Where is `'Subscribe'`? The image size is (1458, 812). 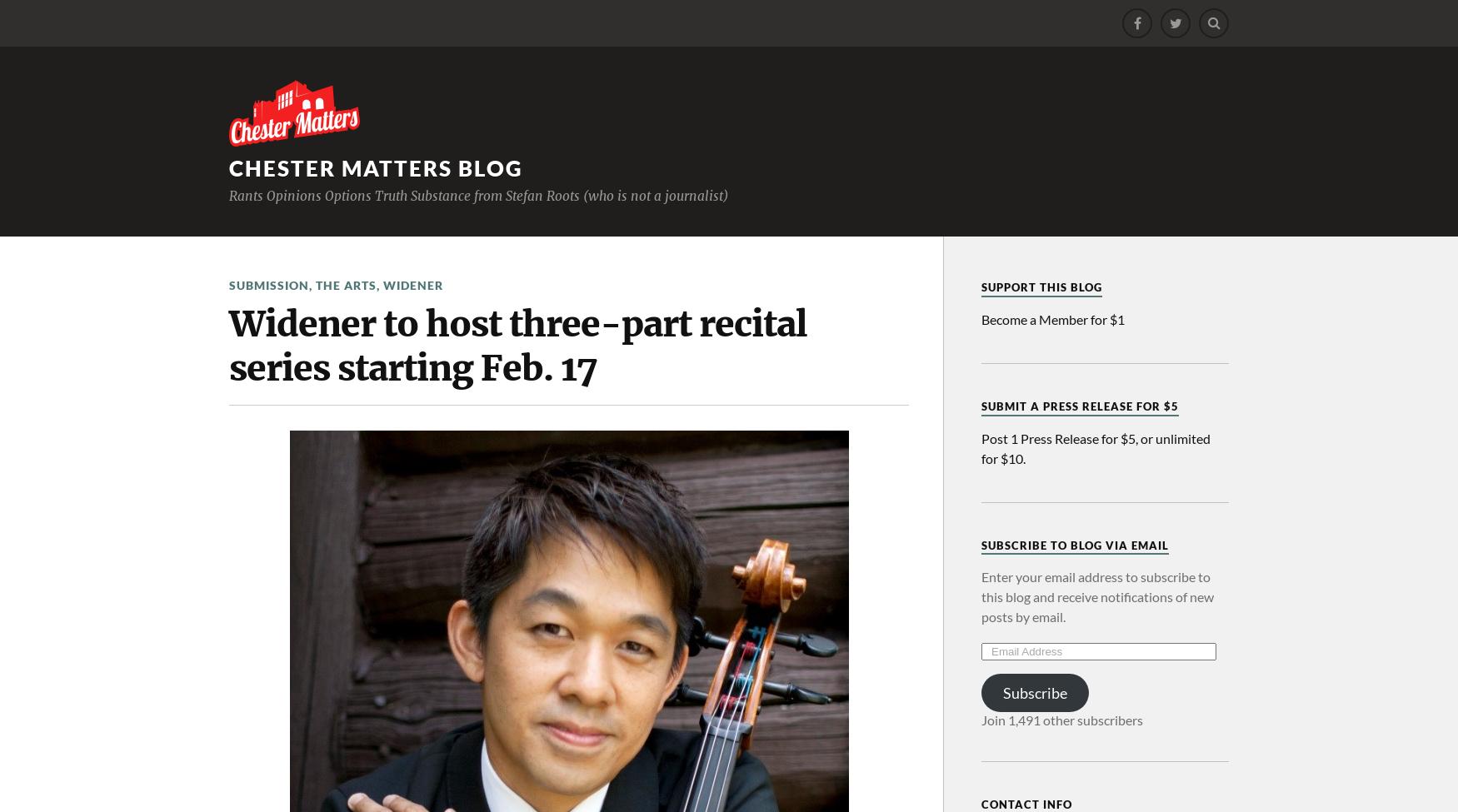 'Subscribe' is located at coordinates (1034, 692).